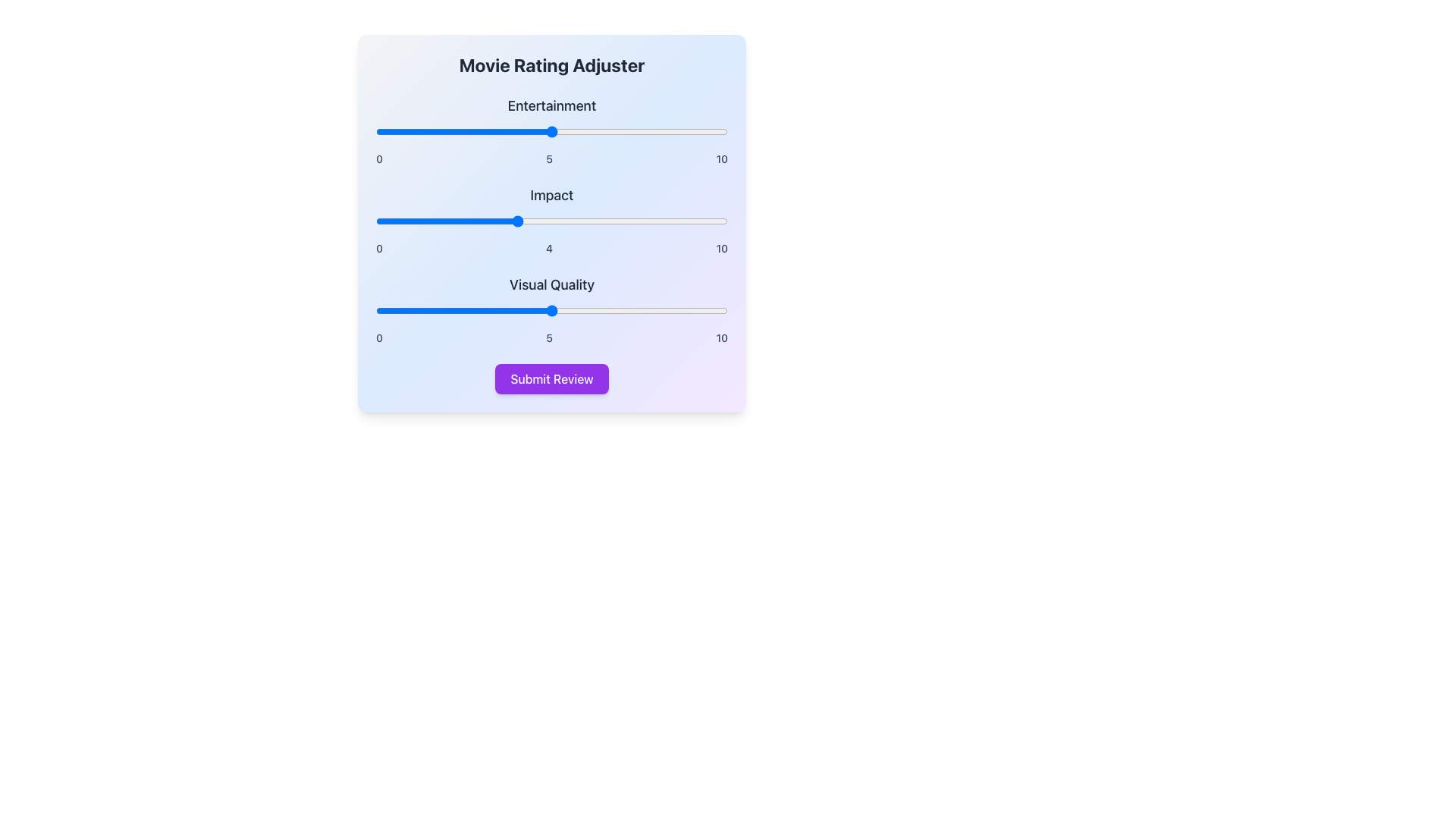 The height and width of the screenshot is (819, 1456). What do you see at coordinates (721, 158) in the screenshot?
I see `the static text label displaying the number '10', which is aligned to the far-right of the 'Entertainment' slider` at bounding box center [721, 158].